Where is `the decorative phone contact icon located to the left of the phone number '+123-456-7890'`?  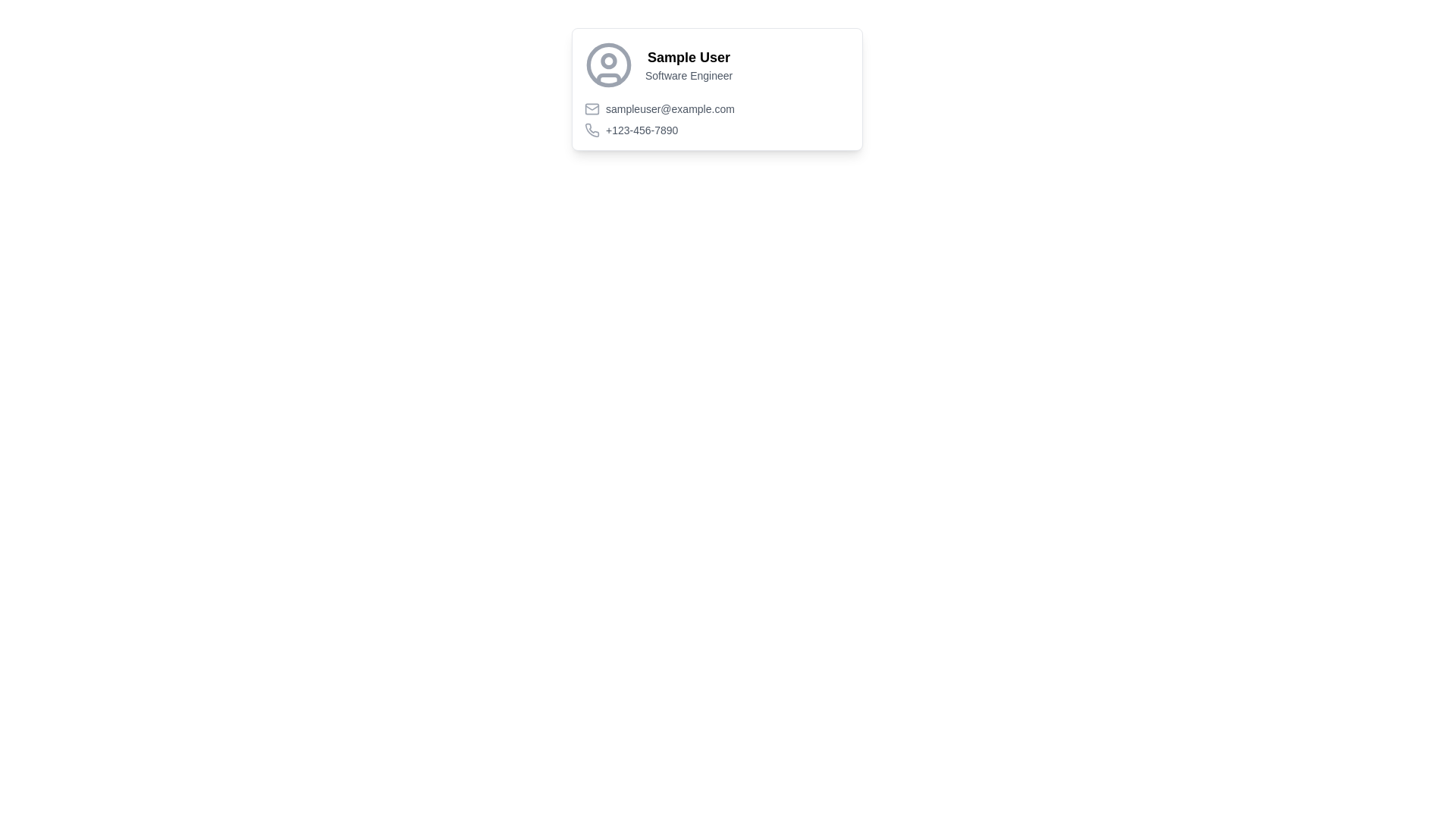 the decorative phone contact icon located to the left of the phone number '+123-456-7890' is located at coordinates (591, 129).